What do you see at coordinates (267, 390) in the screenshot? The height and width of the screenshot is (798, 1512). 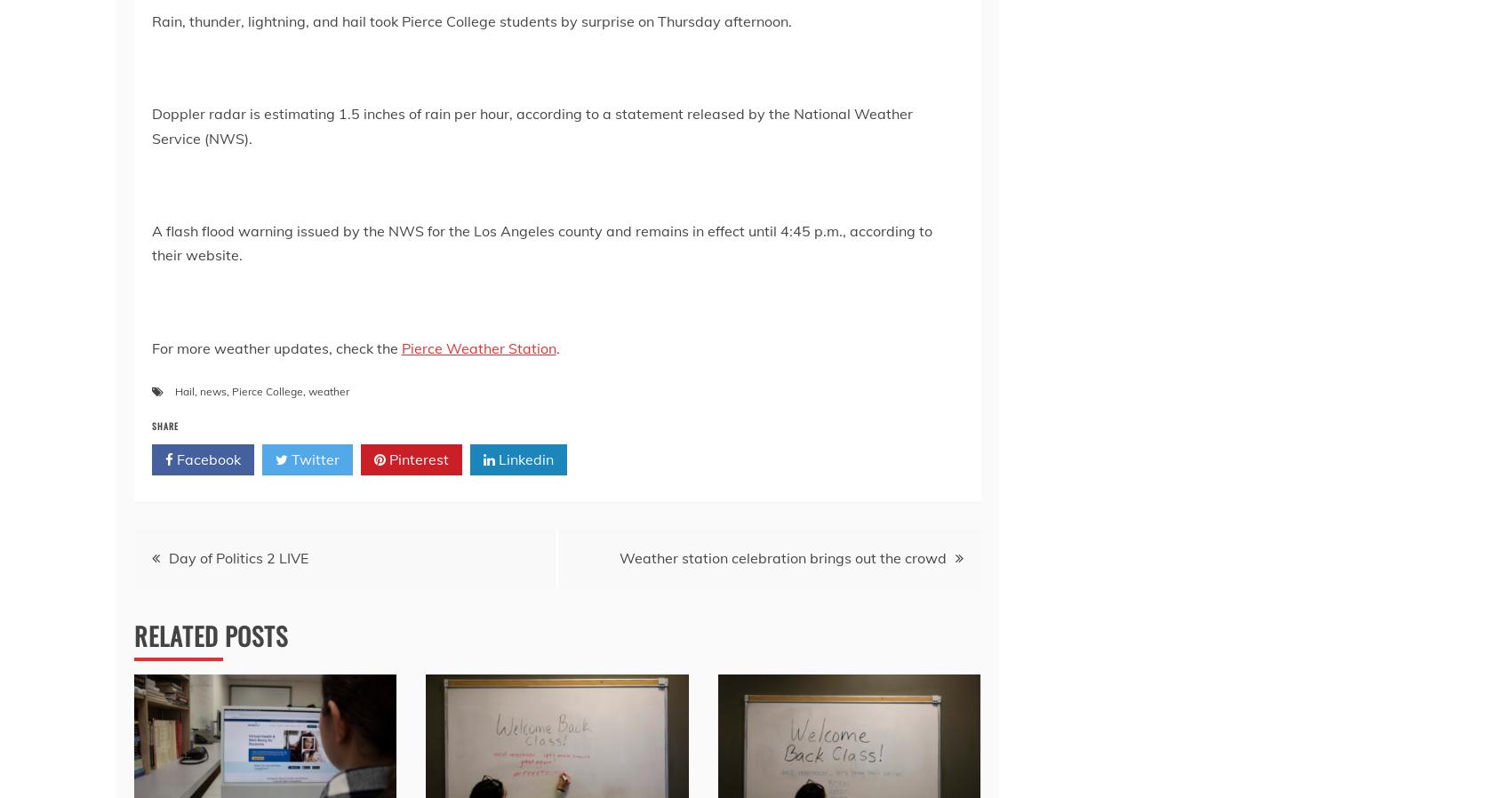 I see `'Pierce College'` at bounding box center [267, 390].